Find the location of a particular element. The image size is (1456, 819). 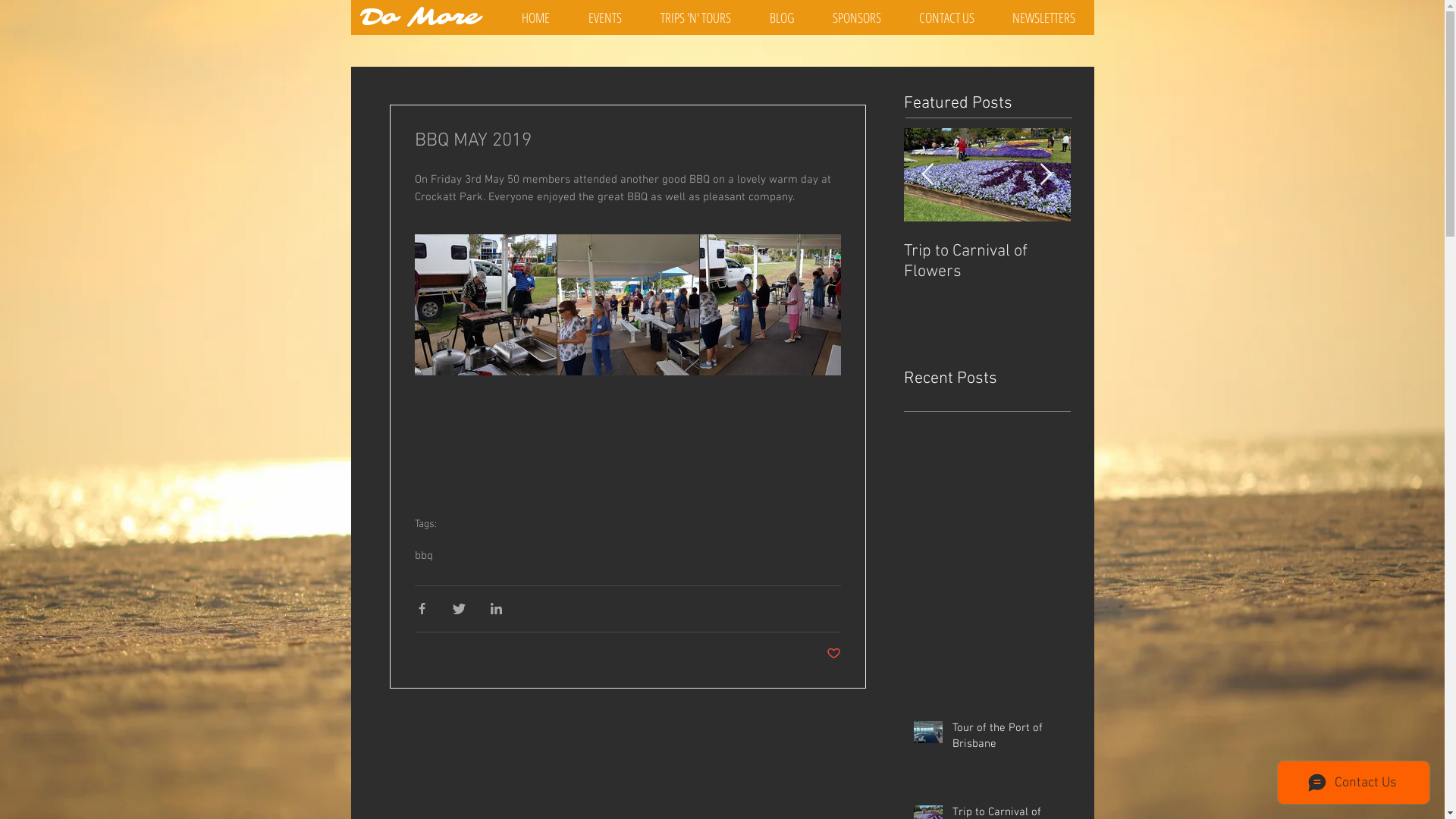

'Trip to Carnival of Flowers' is located at coordinates (1153, 260).